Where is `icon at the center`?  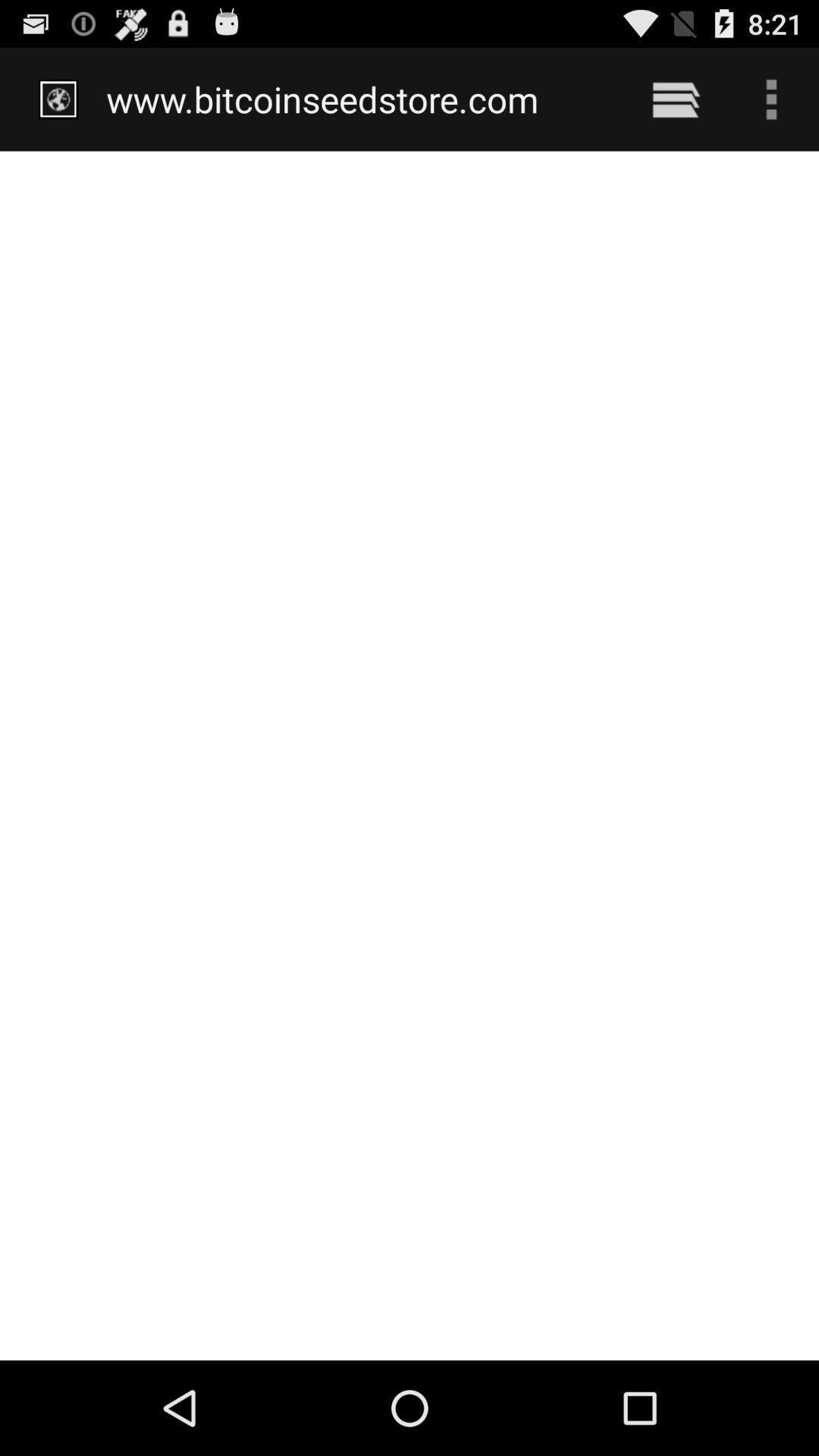
icon at the center is located at coordinates (409, 755).